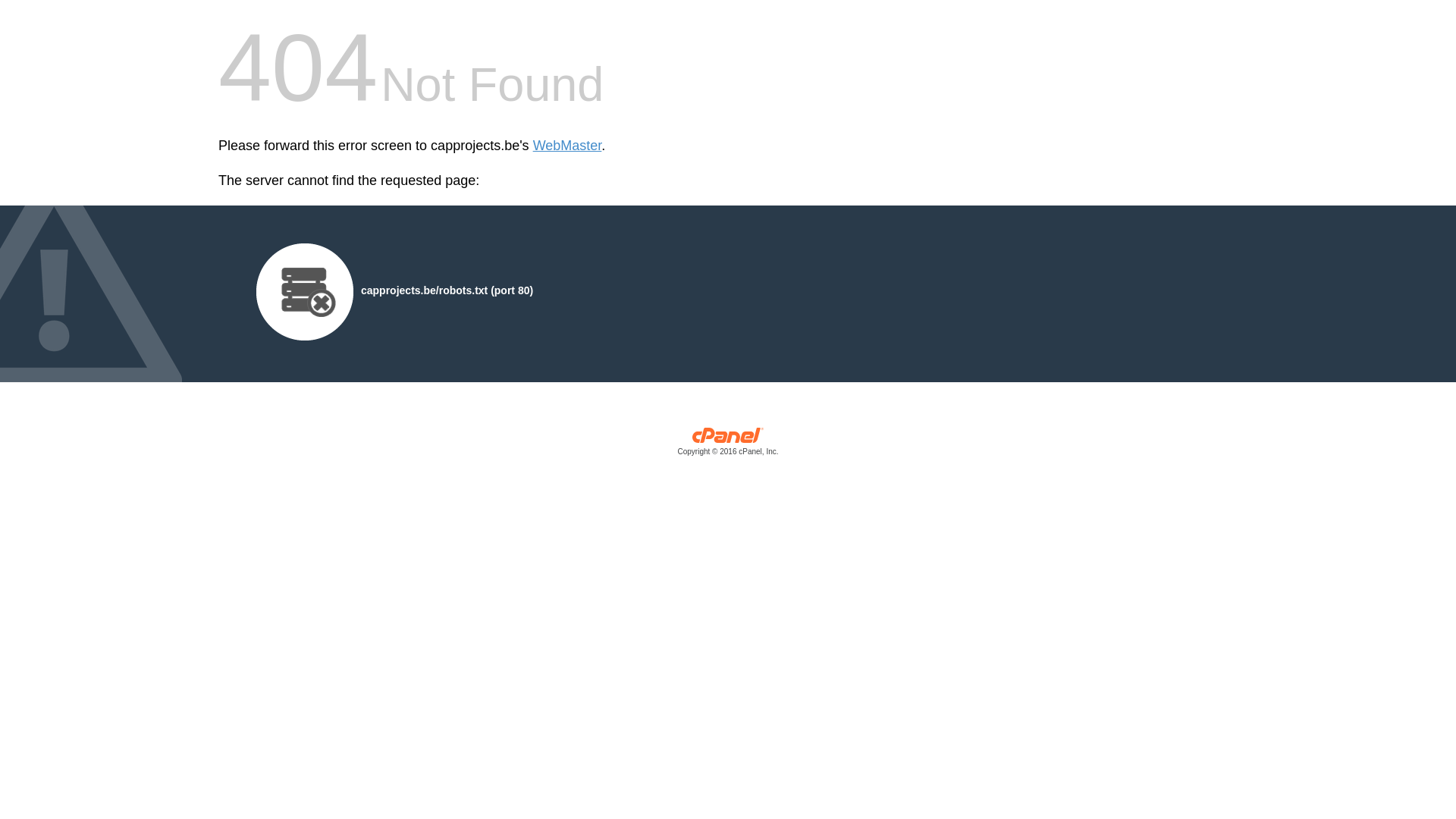 Image resolution: width=1456 pixels, height=819 pixels. I want to click on 'WebMaster', so click(566, 146).